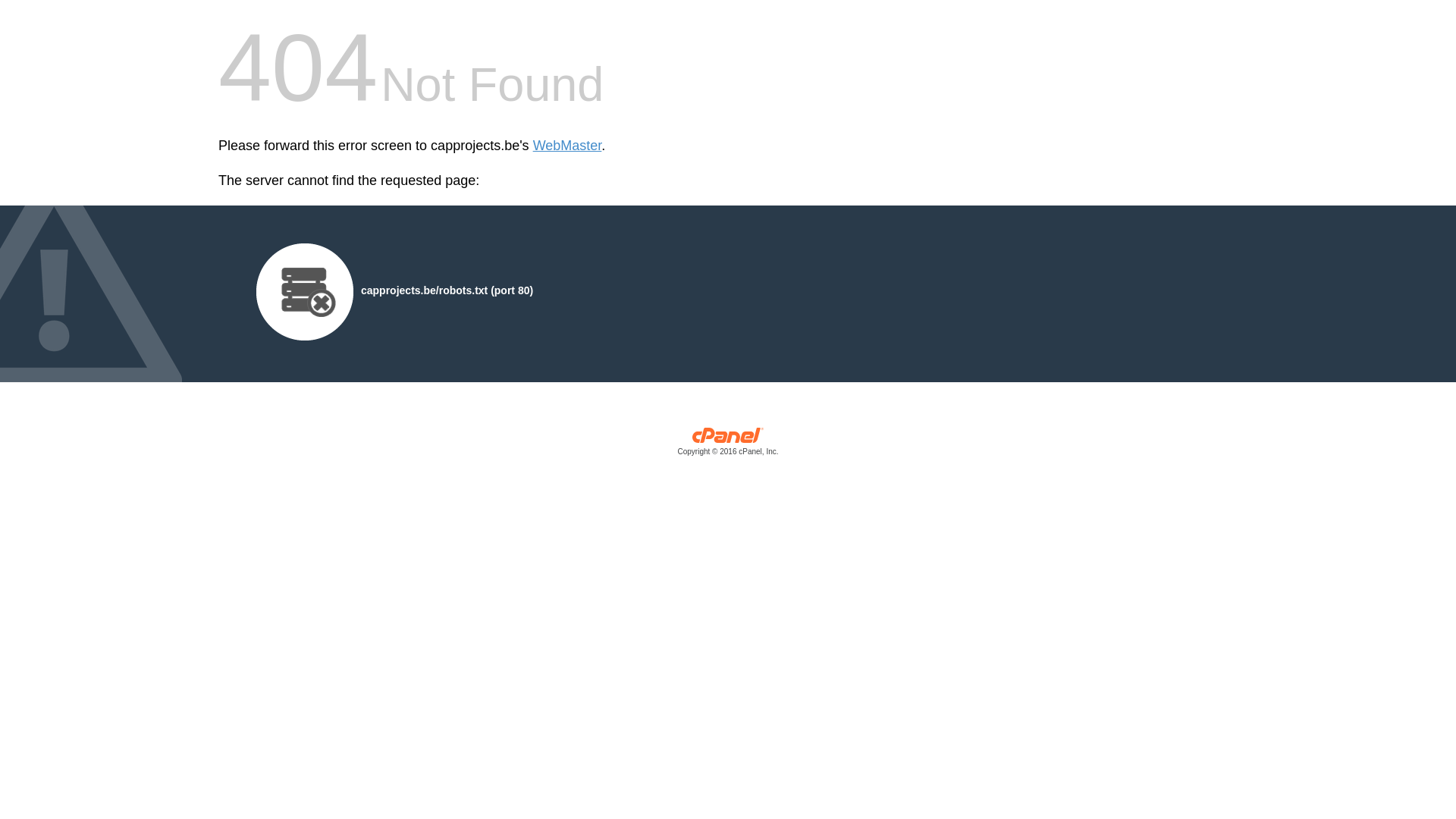 Image resolution: width=1456 pixels, height=819 pixels. I want to click on 'WebMaster', so click(566, 146).